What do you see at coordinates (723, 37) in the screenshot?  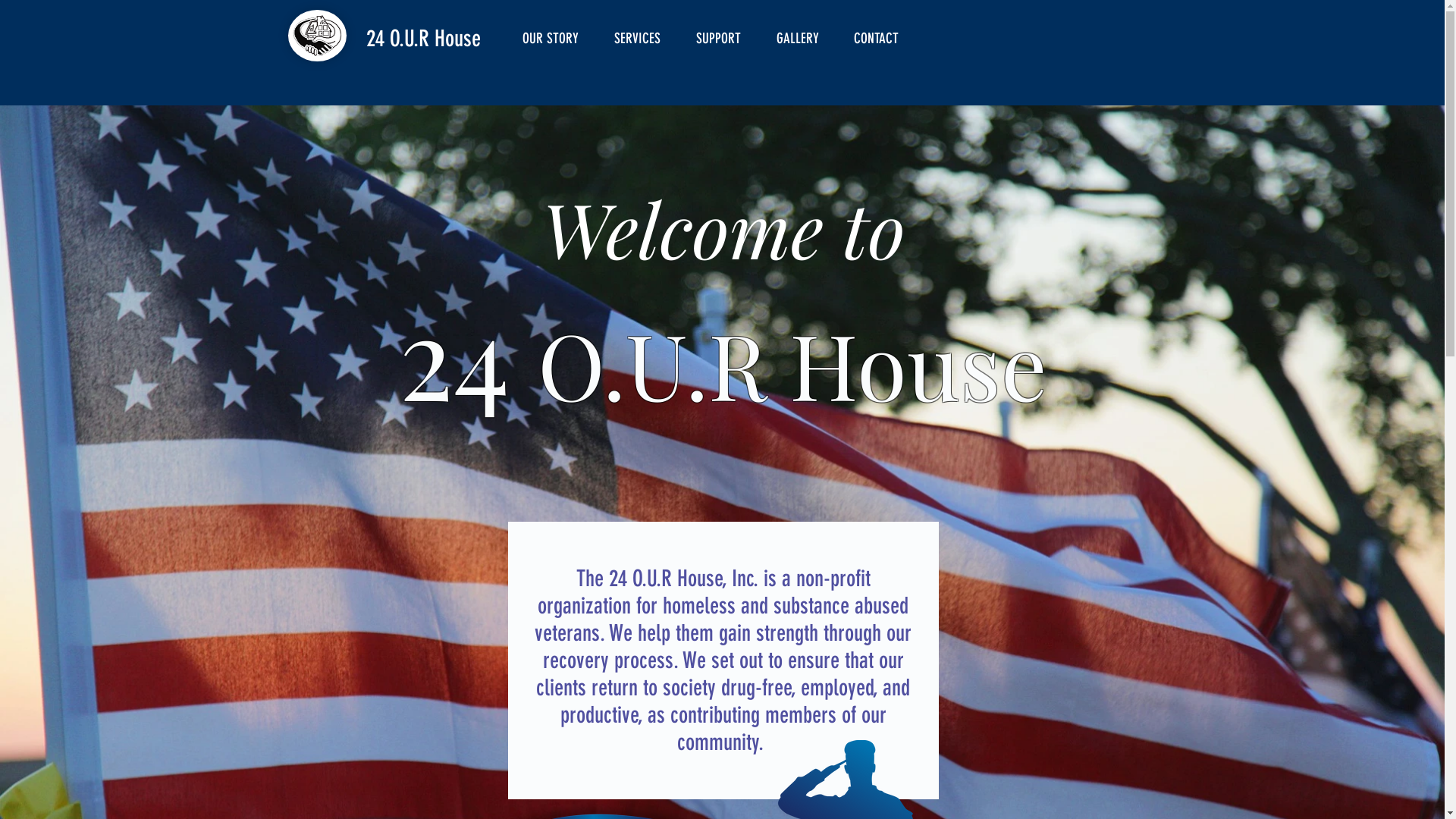 I see `'SUPPORT'` at bounding box center [723, 37].